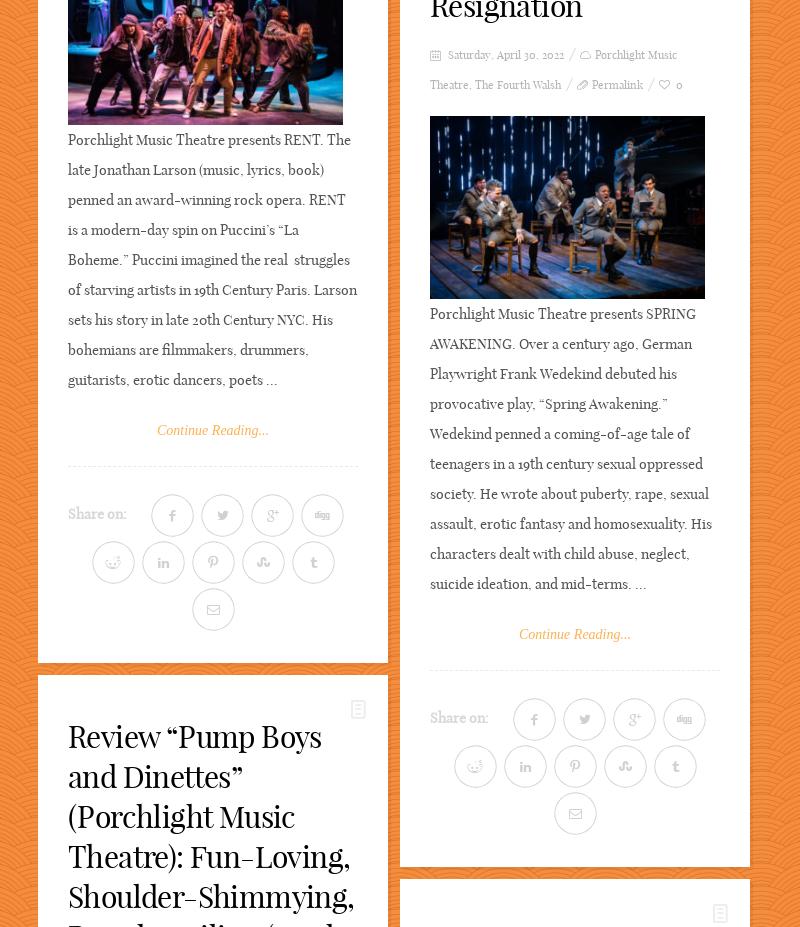 This screenshot has height=927, width=800. What do you see at coordinates (553, 69) in the screenshot?
I see `'Porchlight Music Theatre'` at bounding box center [553, 69].